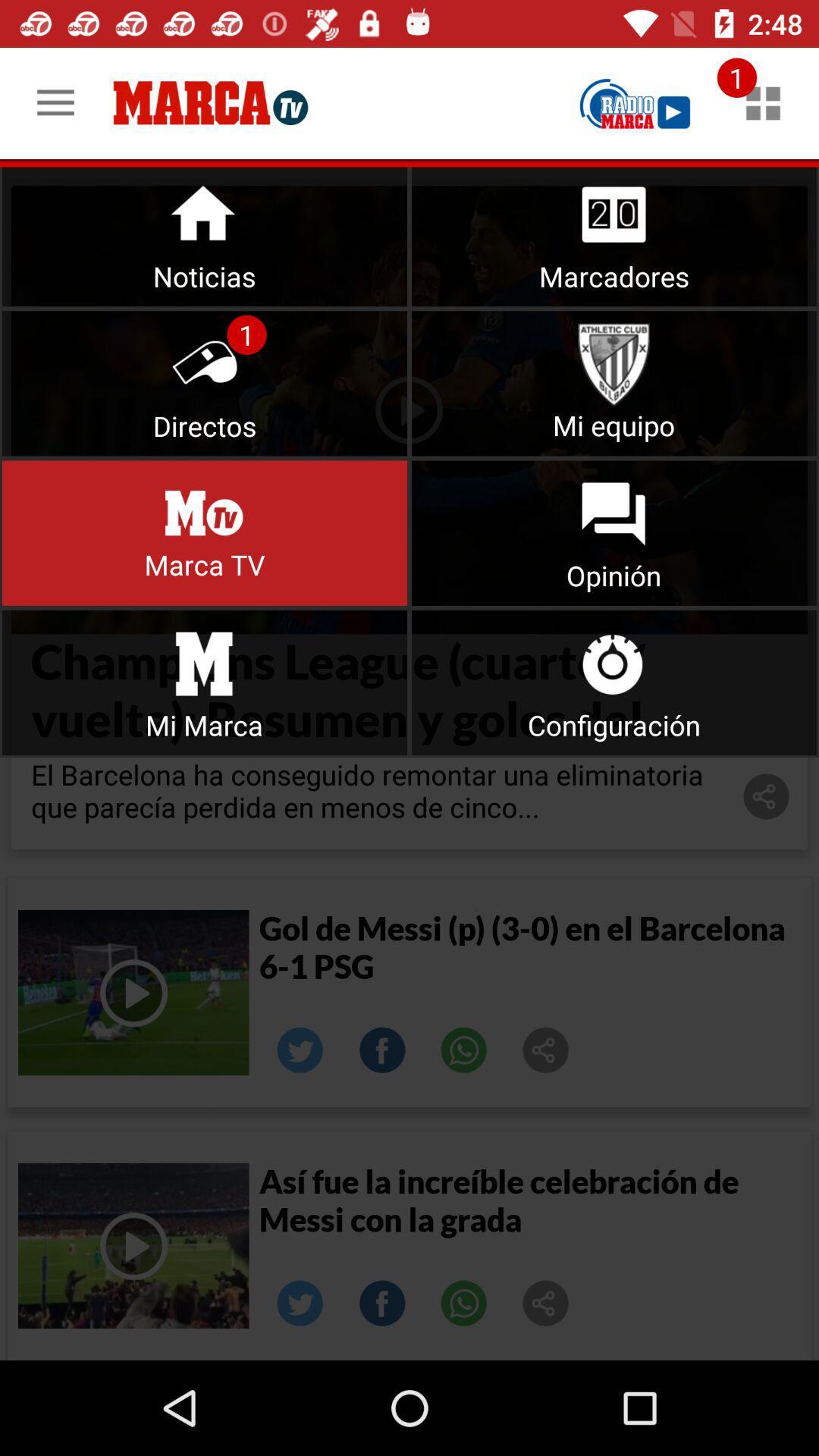 The image size is (819, 1456). I want to click on the article, so click(133, 1245).